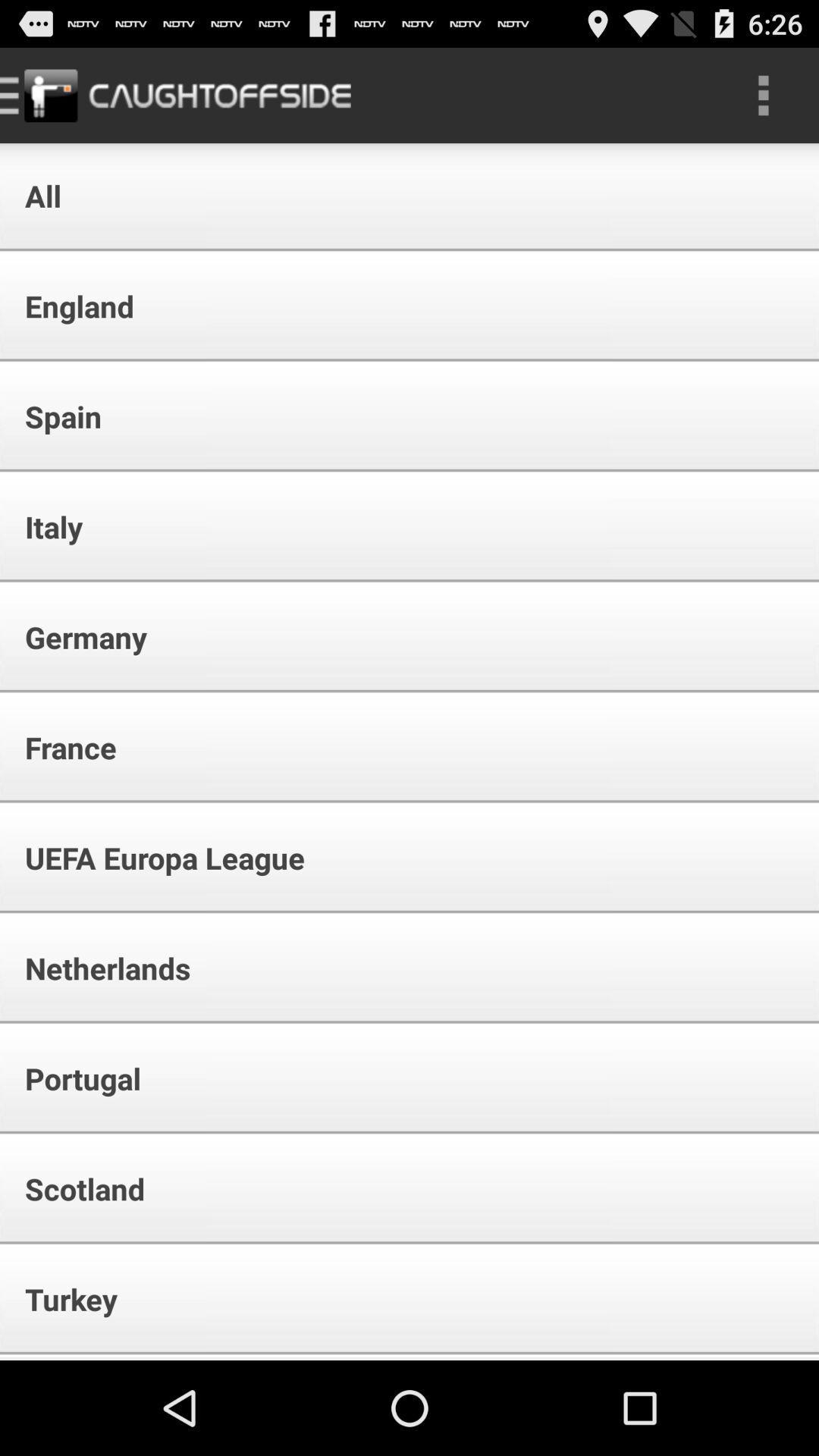 The image size is (819, 1456). Describe the element at coordinates (76, 637) in the screenshot. I see `the germany item` at that location.